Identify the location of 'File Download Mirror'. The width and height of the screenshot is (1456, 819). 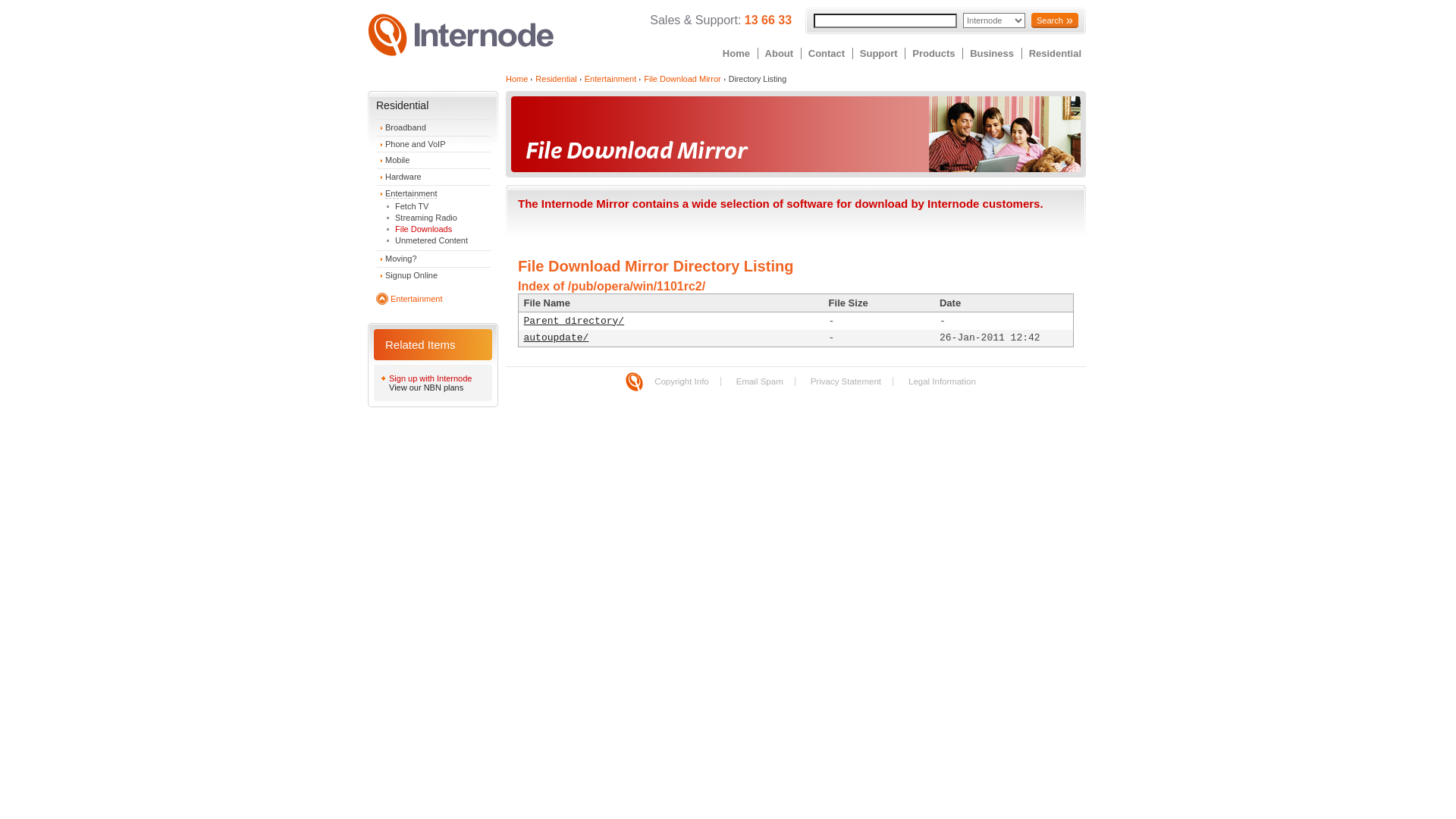
(681, 79).